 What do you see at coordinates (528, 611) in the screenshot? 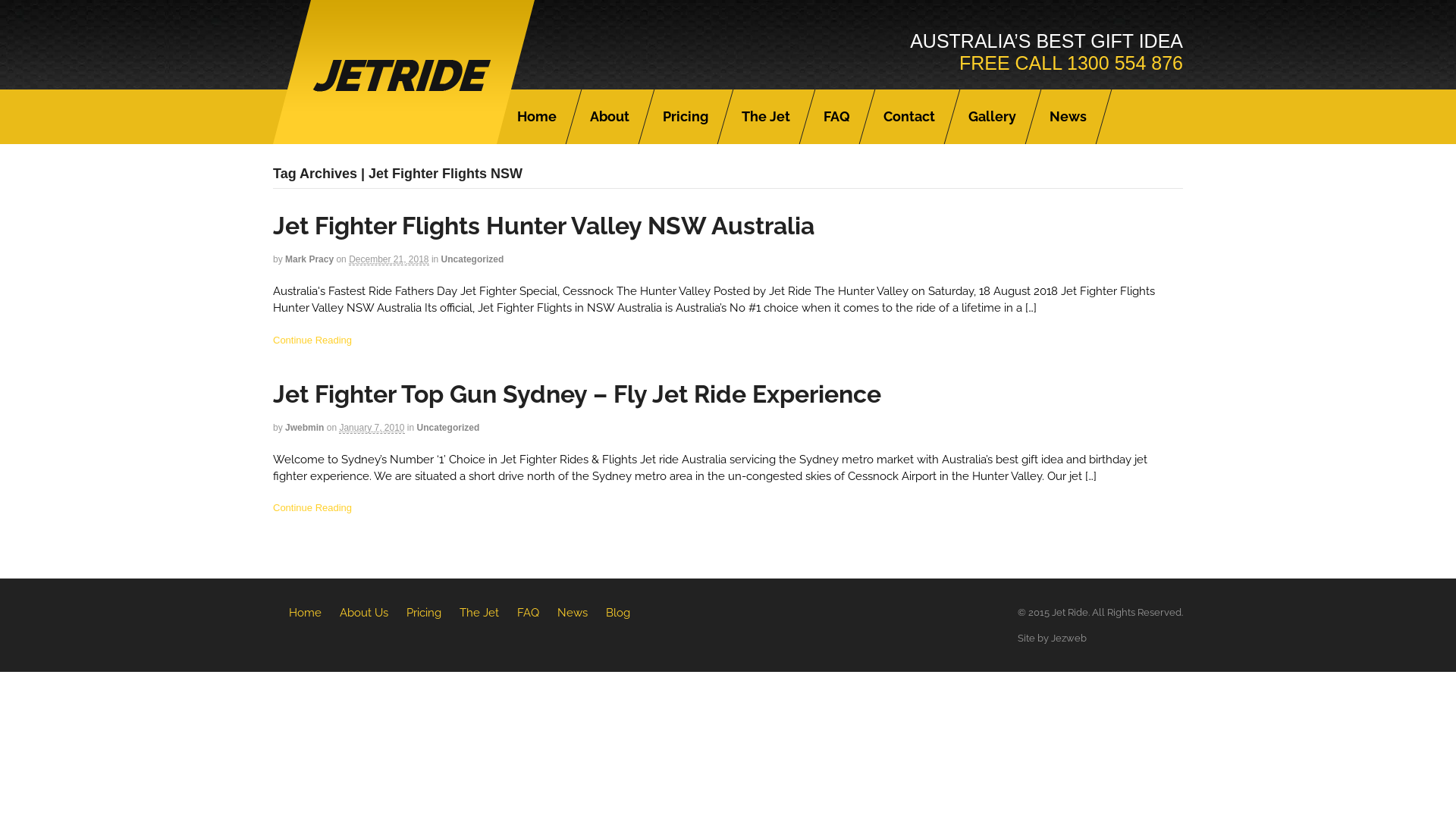
I see `'FAQ'` at bounding box center [528, 611].